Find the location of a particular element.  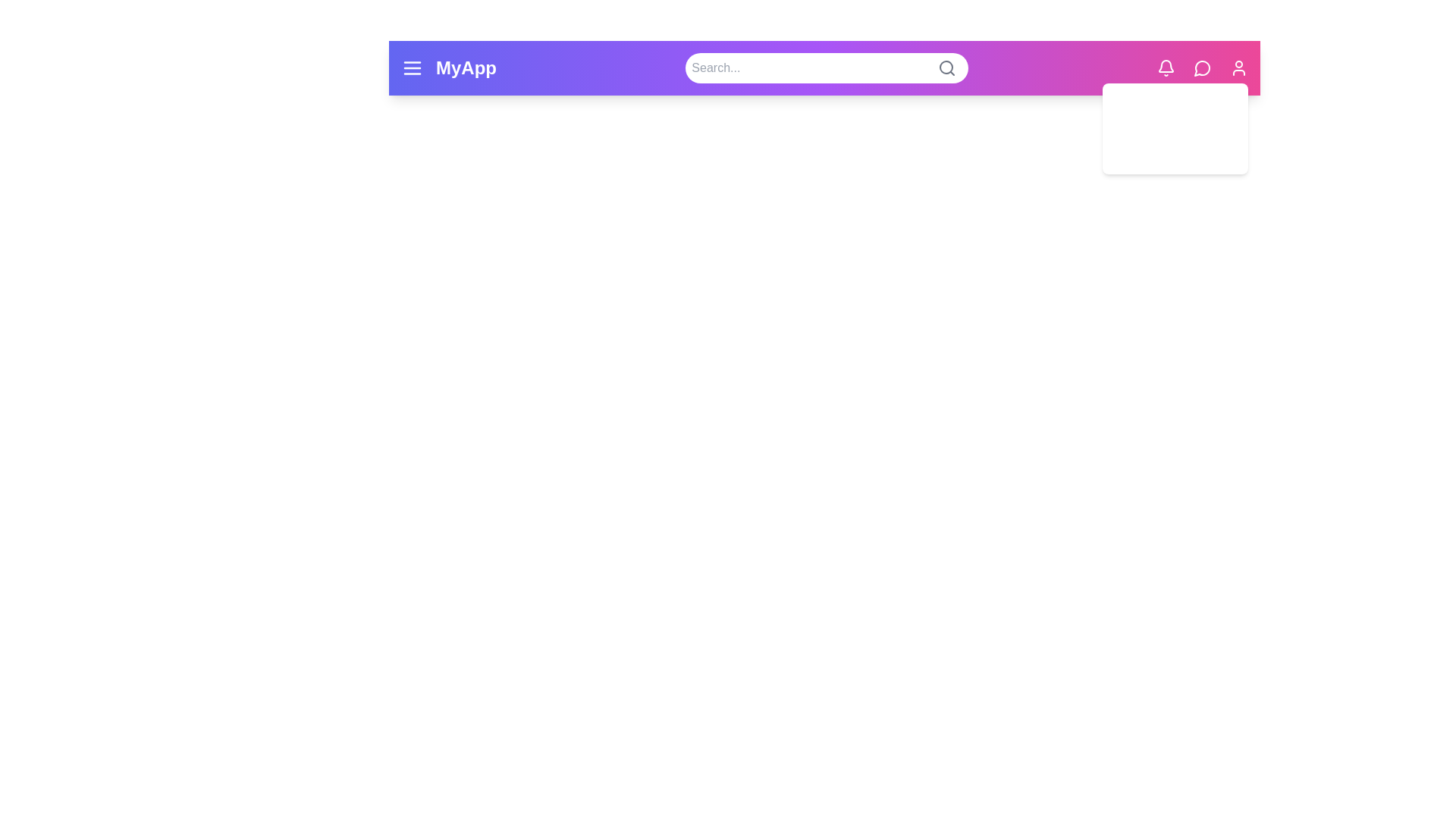

the Profile in the user profile dropdown is located at coordinates (1175, 99).